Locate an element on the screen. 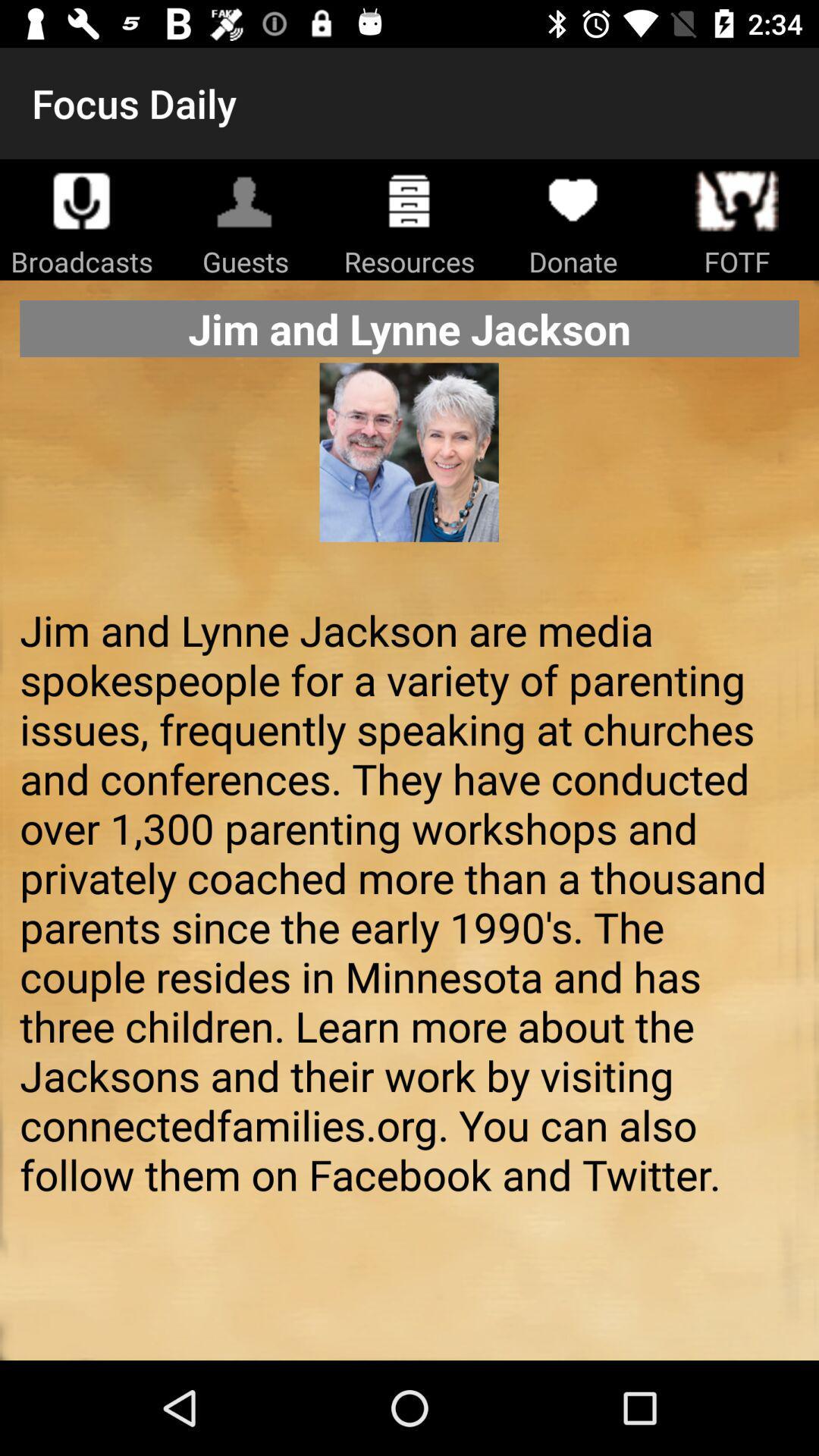 This screenshot has height=1456, width=819. item above jim and lynne app is located at coordinates (408, 475).